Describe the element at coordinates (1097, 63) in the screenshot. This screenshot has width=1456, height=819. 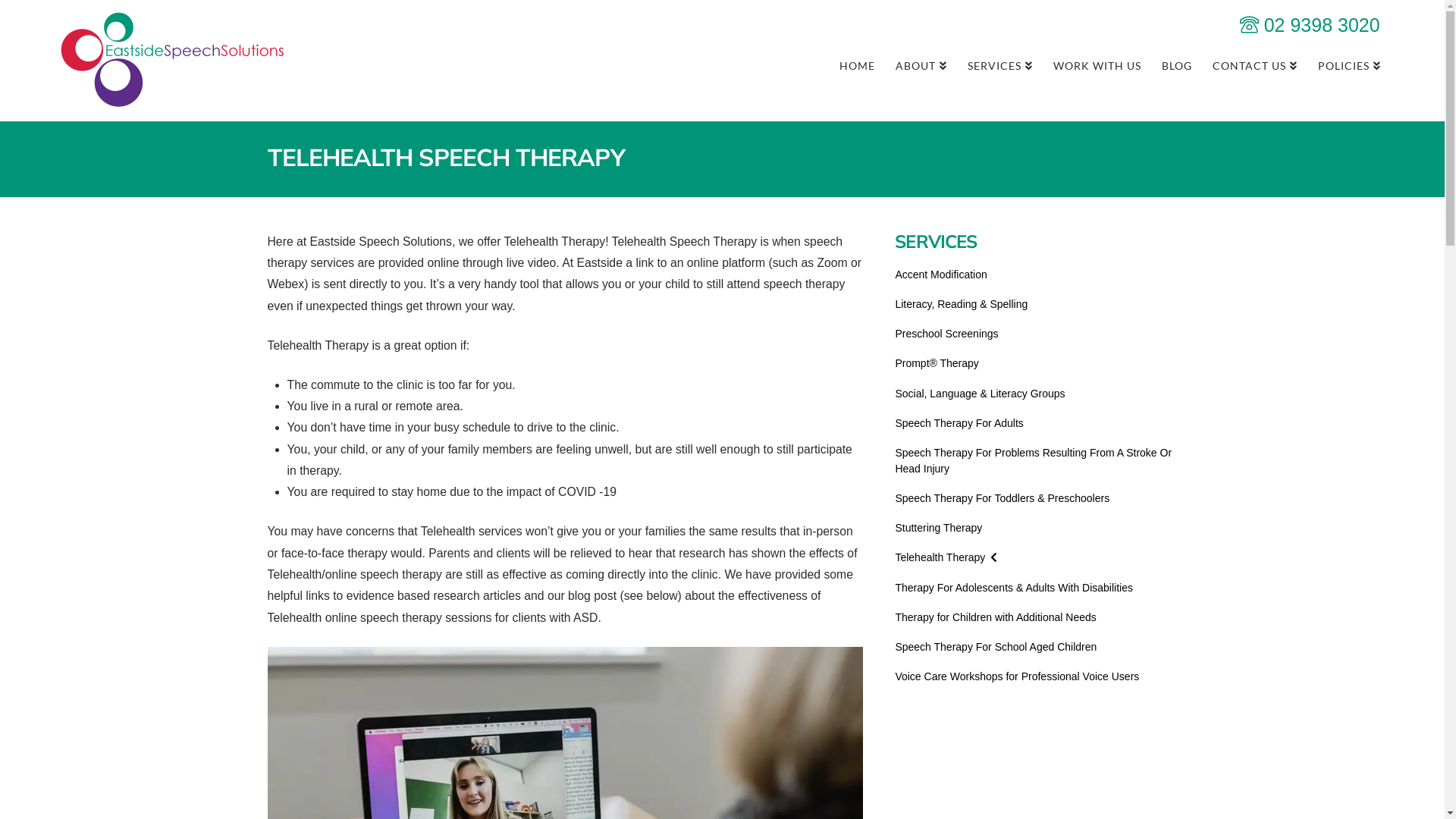
I see `'WORK WITH US'` at that location.